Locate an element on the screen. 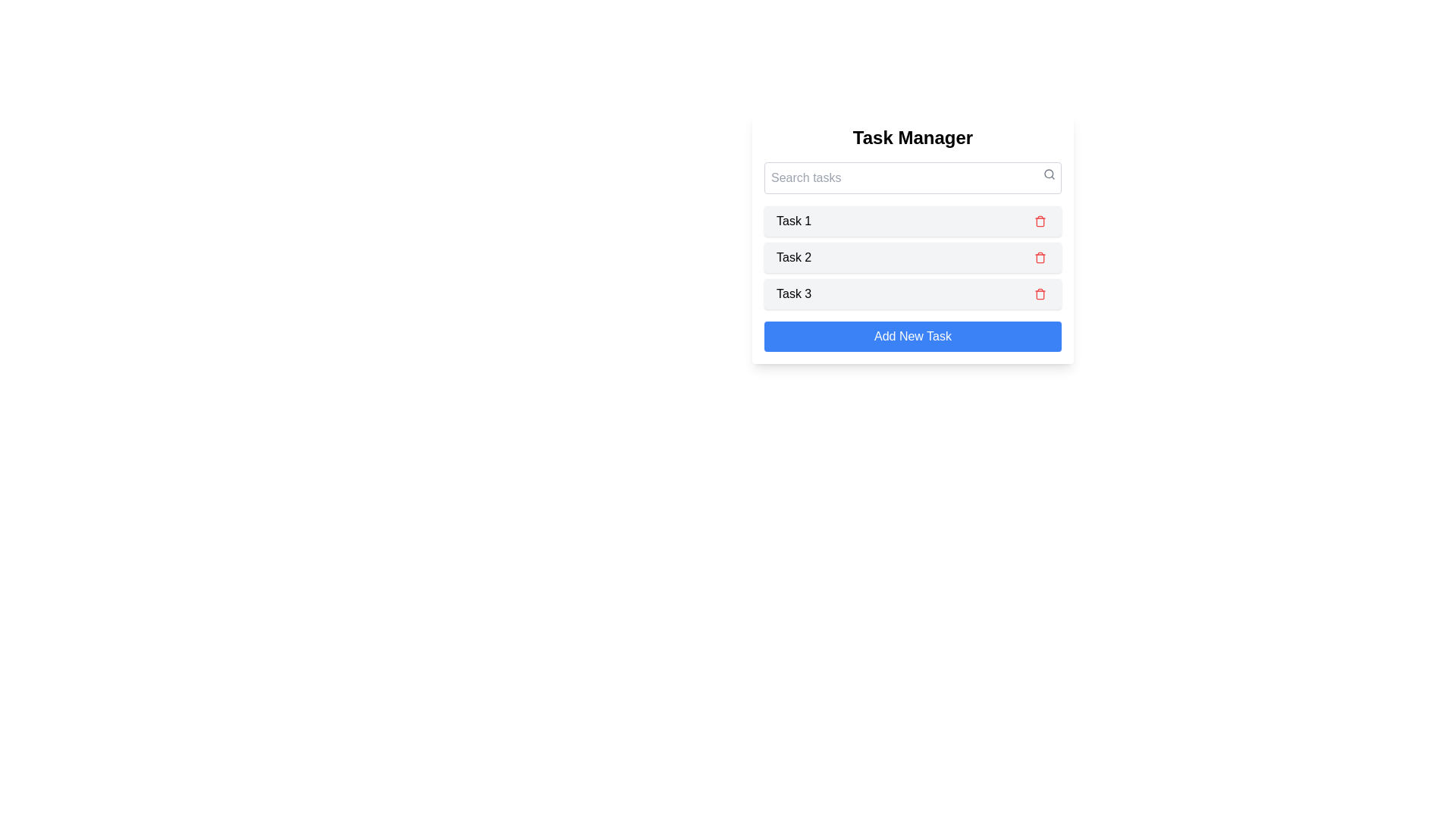  the delete icon for task 1 is located at coordinates (1040, 221).